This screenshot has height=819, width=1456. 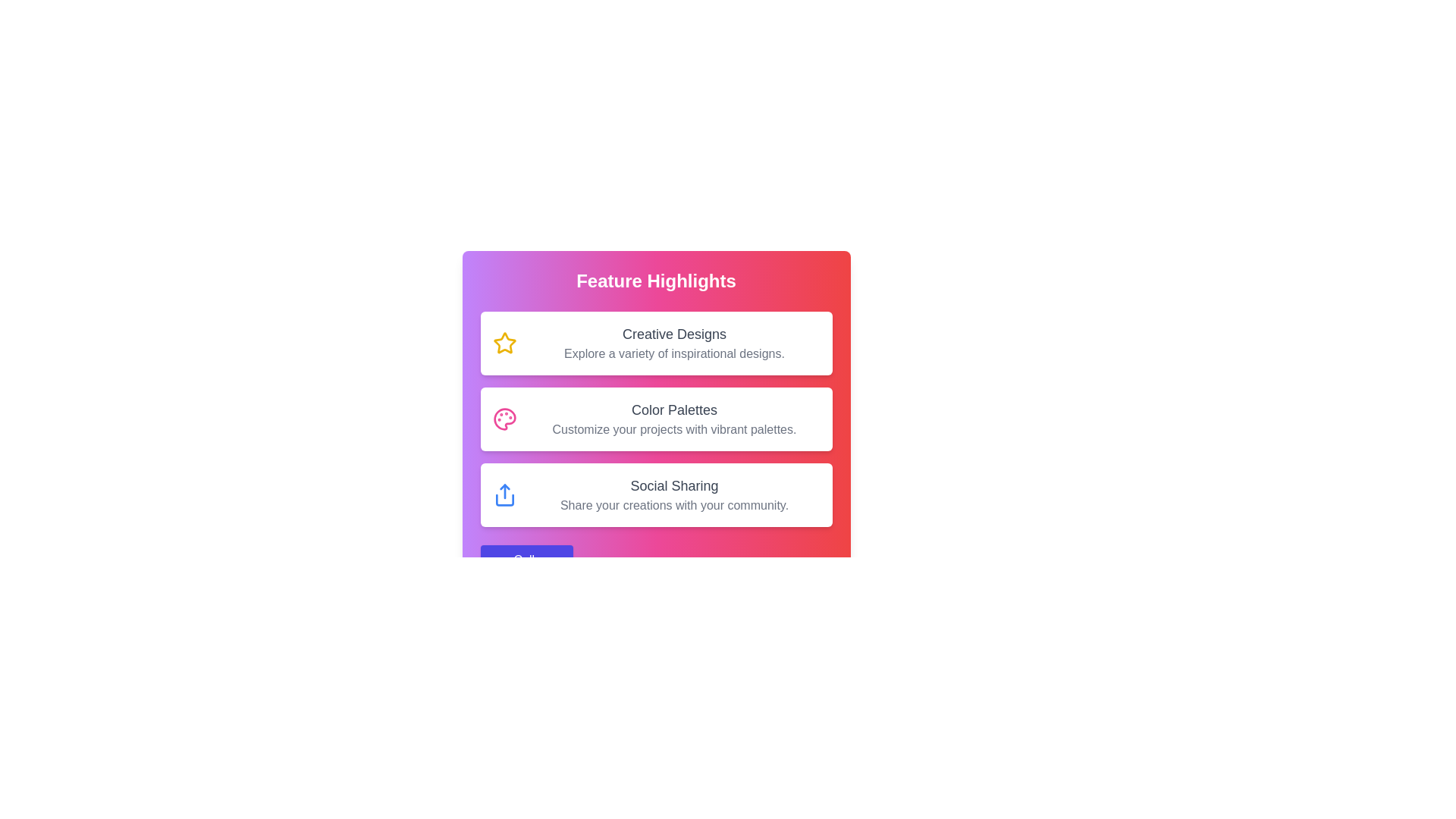 What do you see at coordinates (673, 419) in the screenshot?
I see `the second Informational card in the 'Feature Highlights' section` at bounding box center [673, 419].